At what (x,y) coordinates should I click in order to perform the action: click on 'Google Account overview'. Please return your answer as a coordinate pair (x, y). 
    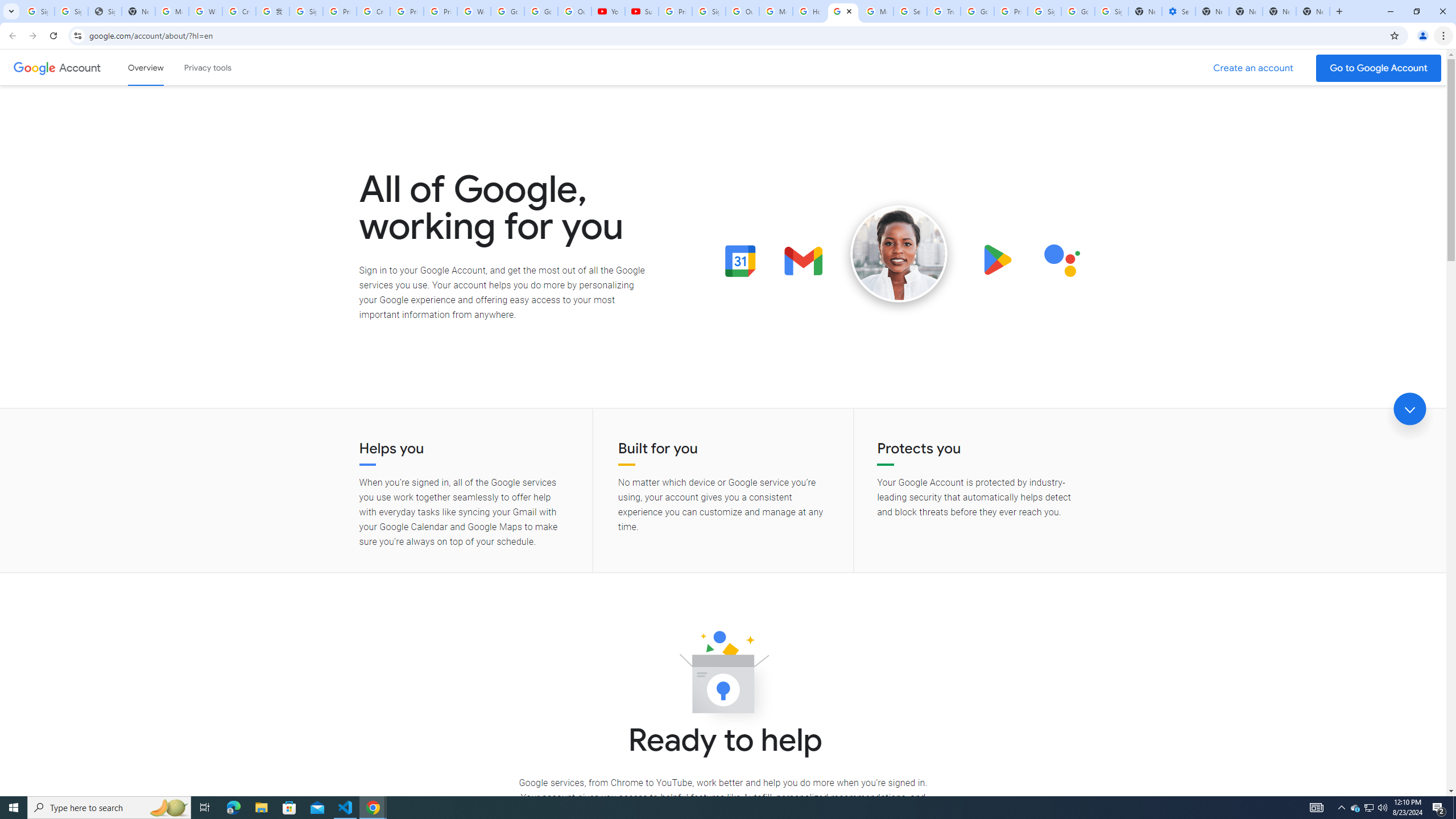
    Looking at the image, I should click on (146, 67).